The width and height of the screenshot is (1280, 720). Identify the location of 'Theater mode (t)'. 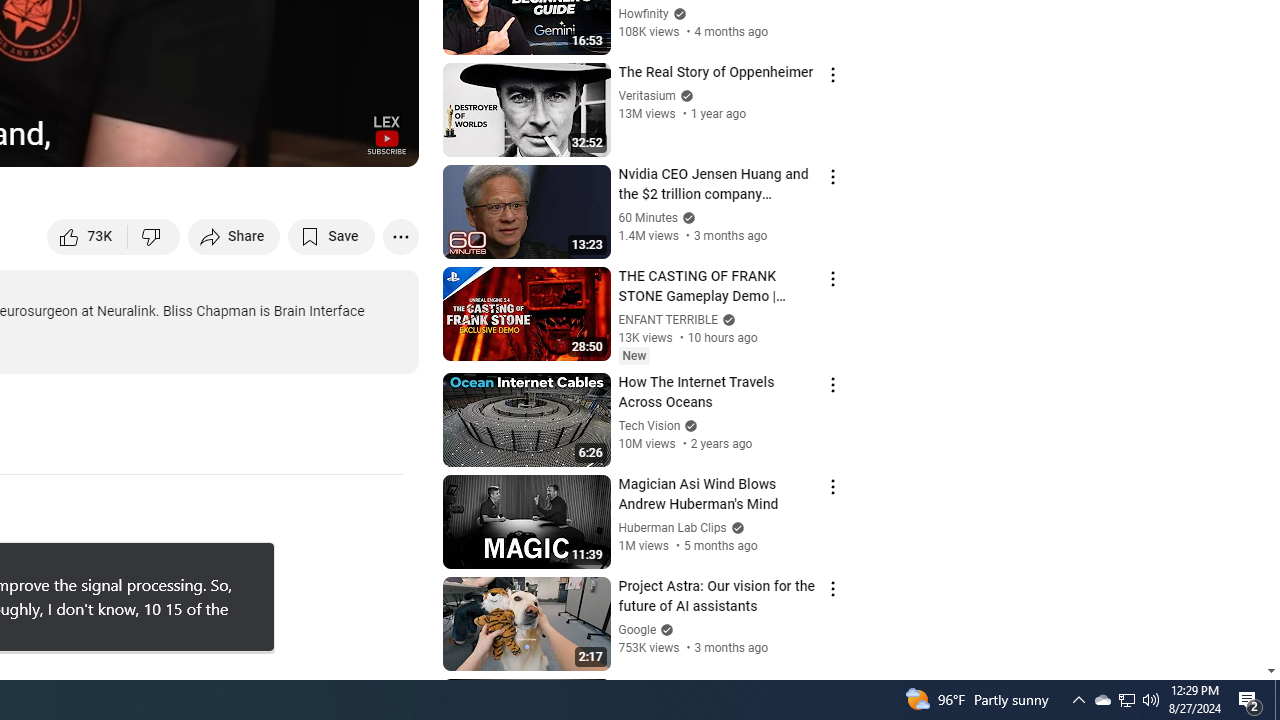
(334, 141).